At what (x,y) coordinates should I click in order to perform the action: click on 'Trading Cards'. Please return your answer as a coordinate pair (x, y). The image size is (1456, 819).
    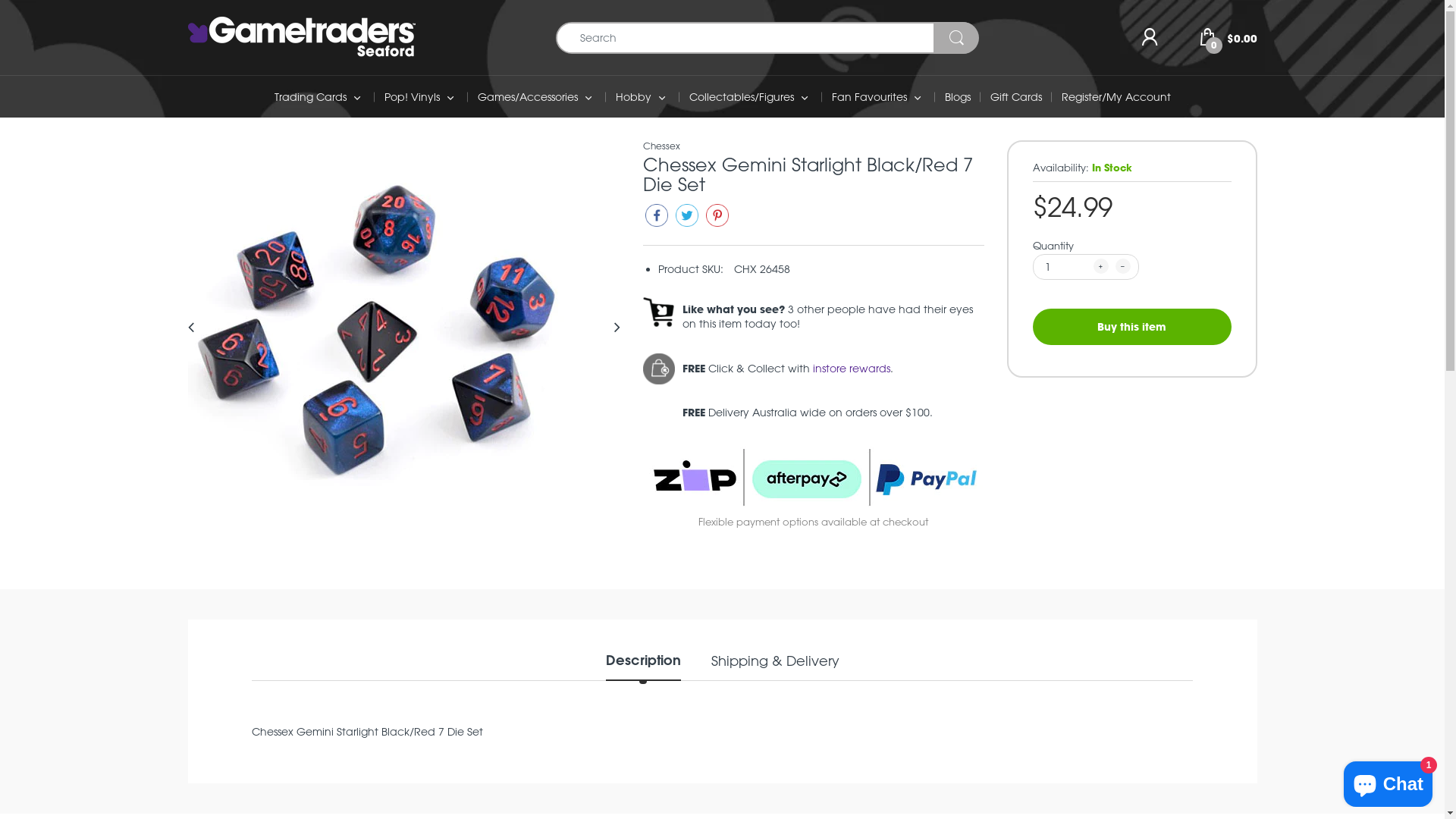
    Looking at the image, I should click on (309, 96).